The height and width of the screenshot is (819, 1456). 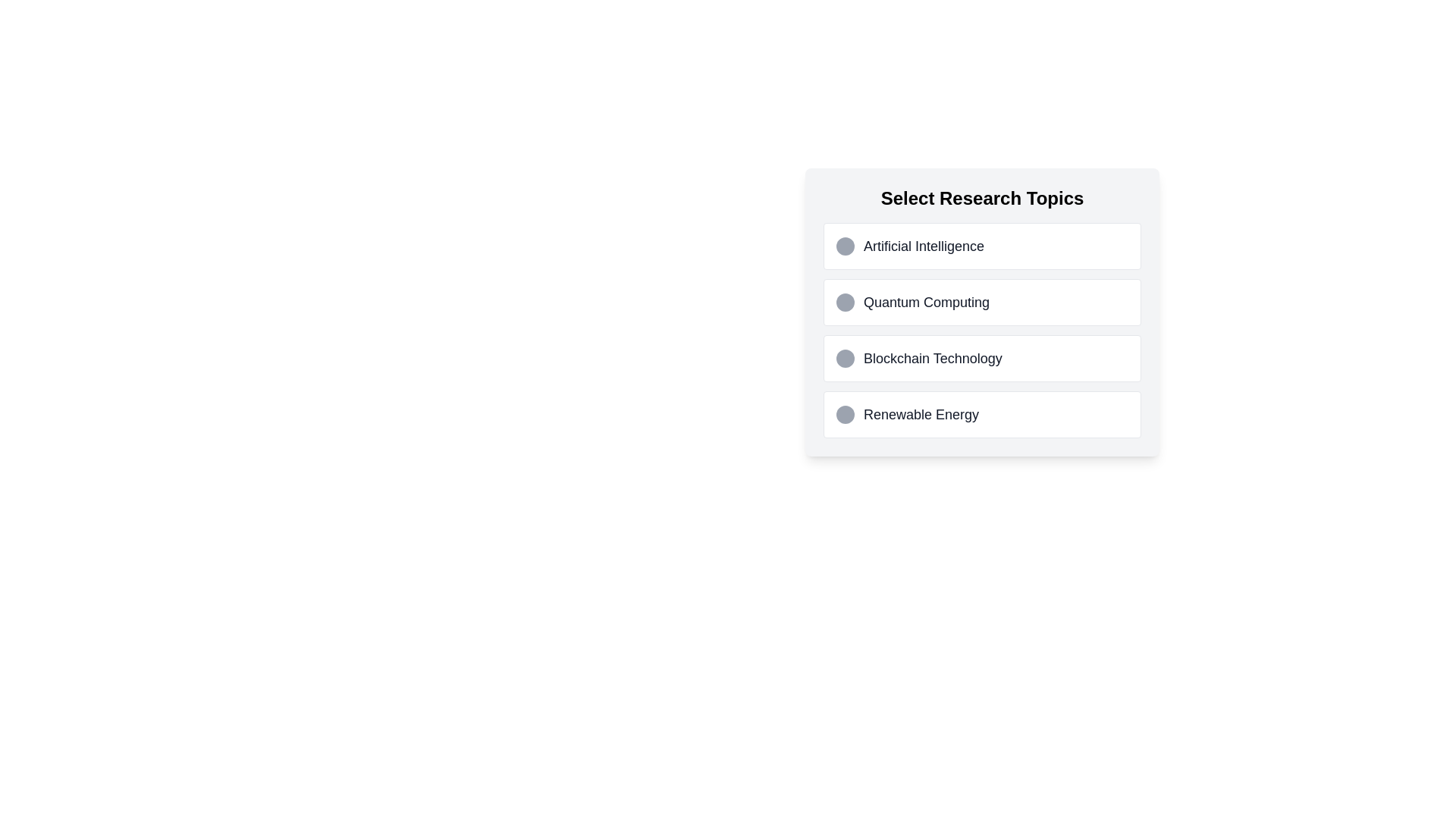 I want to click on the text label that describes a selectable research topic, located as the fourth item in the vertical list titled 'Select Research Topics', so click(x=920, y=415).